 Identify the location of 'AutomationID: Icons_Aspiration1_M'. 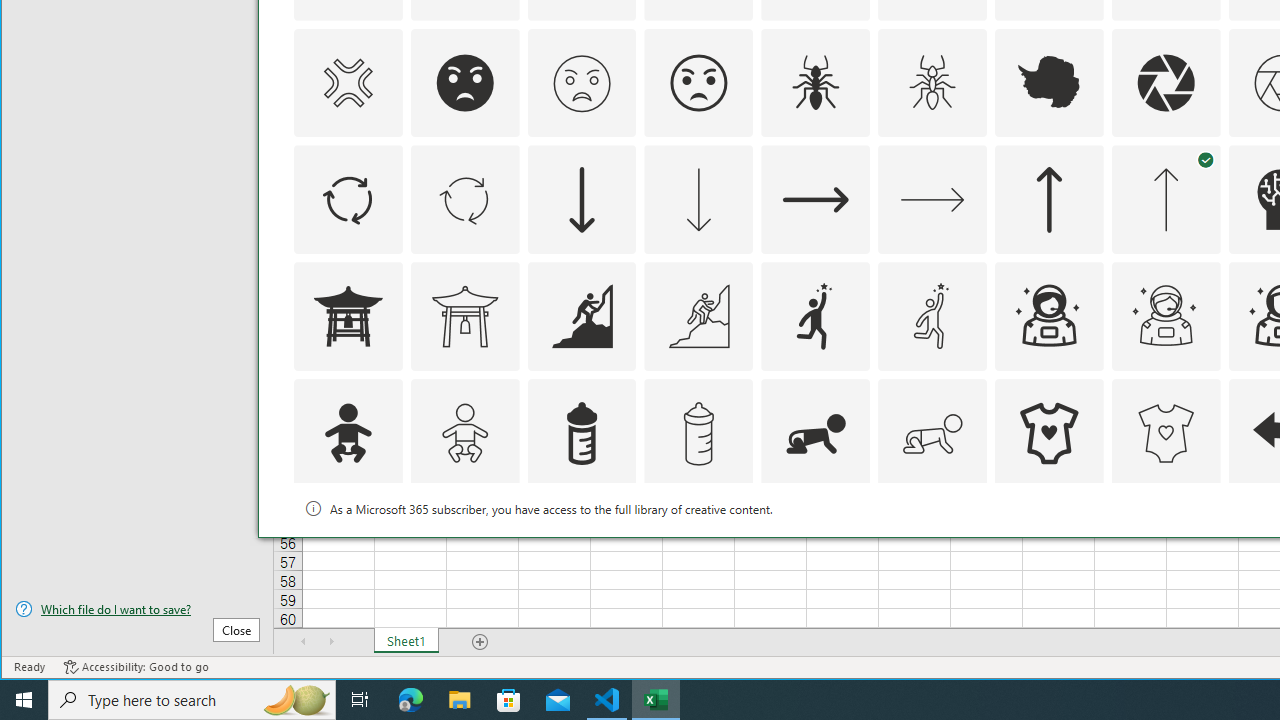
(932, 315).